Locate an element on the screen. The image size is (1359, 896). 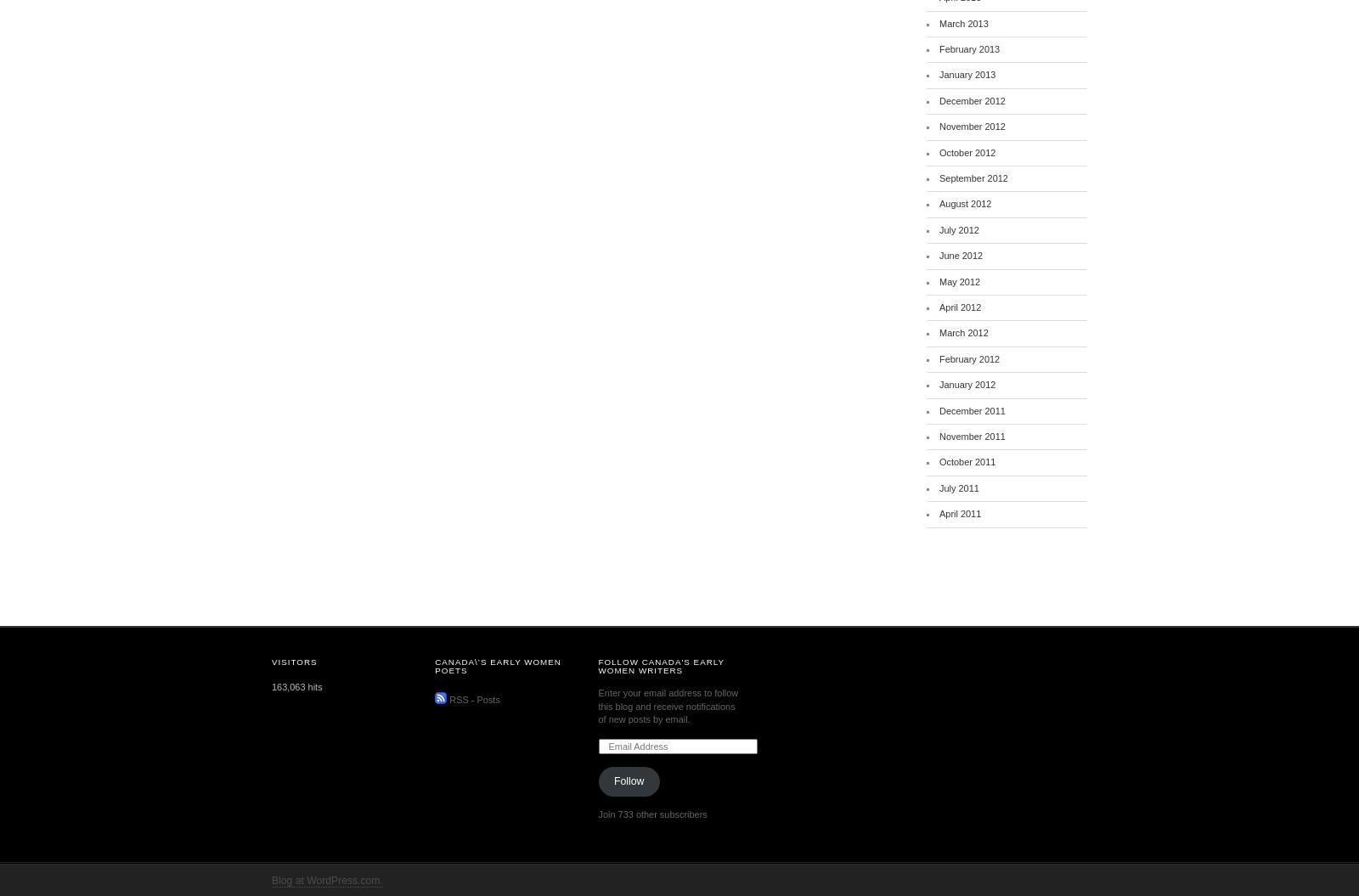
'July 2011' is located at coordinates (958, 487).